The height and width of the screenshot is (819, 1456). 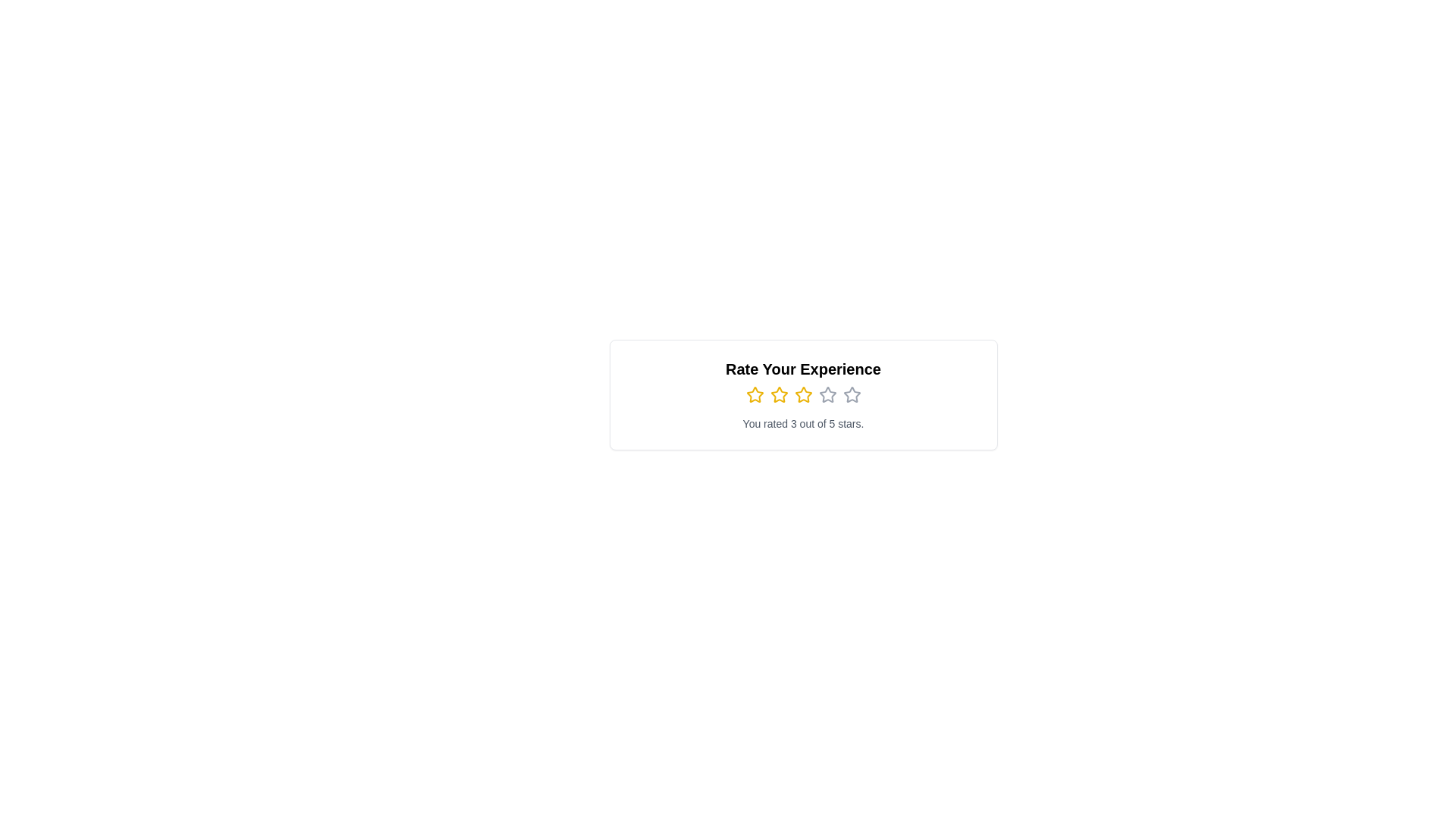 What do you see at coordinates (779, 394) in the screenshot?
I see `the third Interactive Rating Star, which has a bold yellow border and a white fill` at bounding box center [779, 394].